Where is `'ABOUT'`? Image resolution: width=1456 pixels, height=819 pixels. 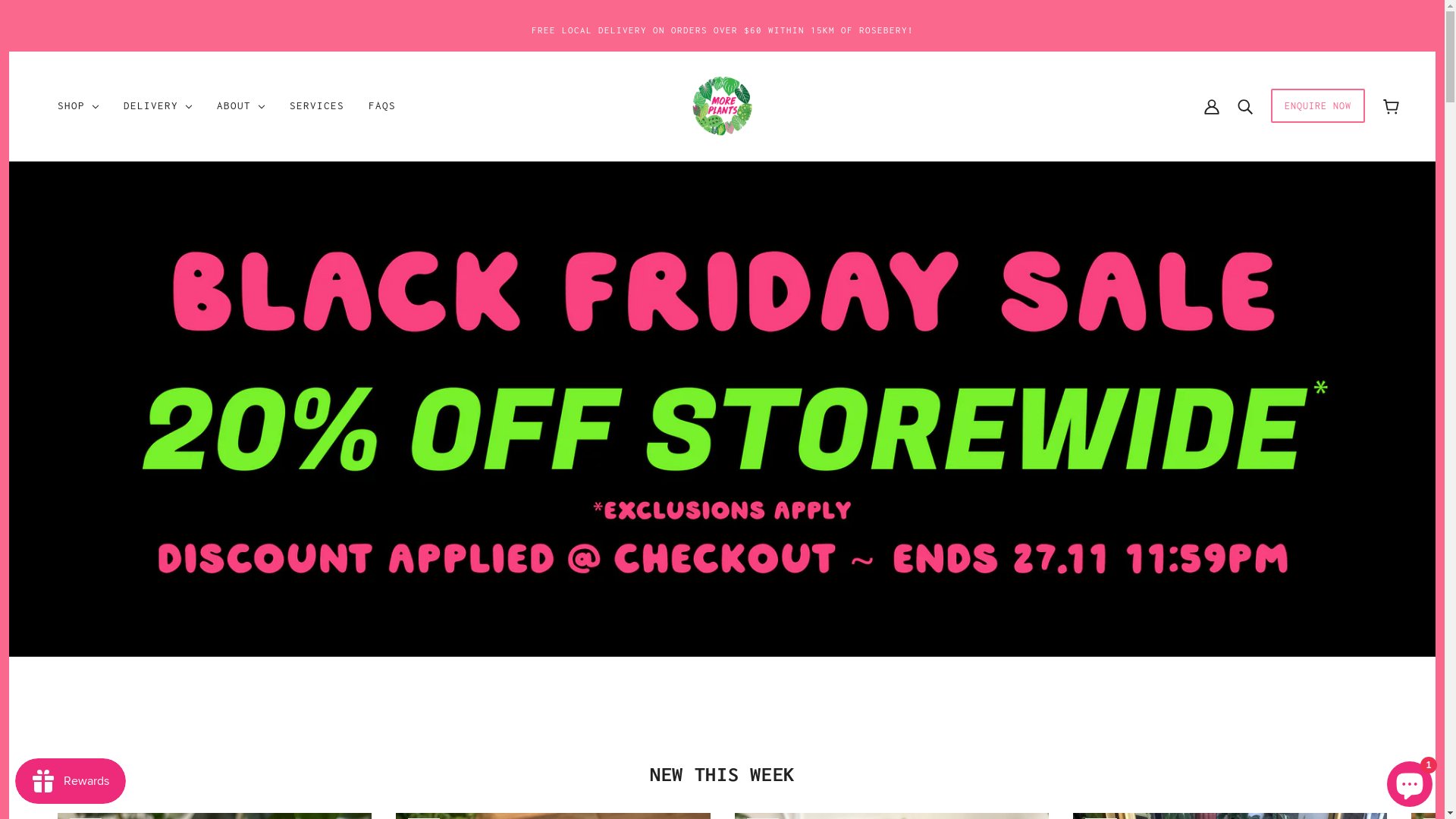
'ABOUT' is located at coordinates (240, 105).